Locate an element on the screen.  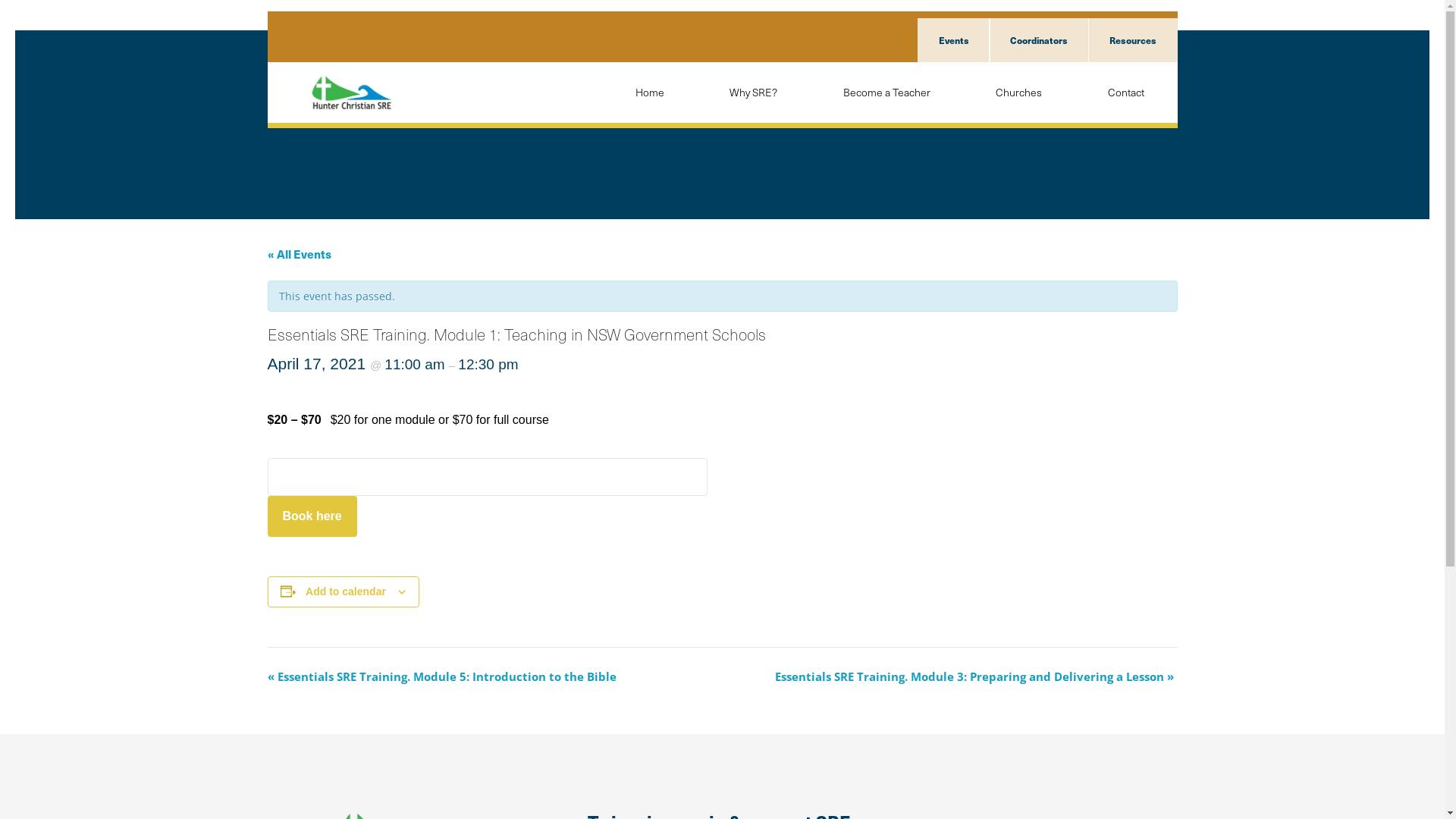
'Book here' is located at coordinates (311, 516).